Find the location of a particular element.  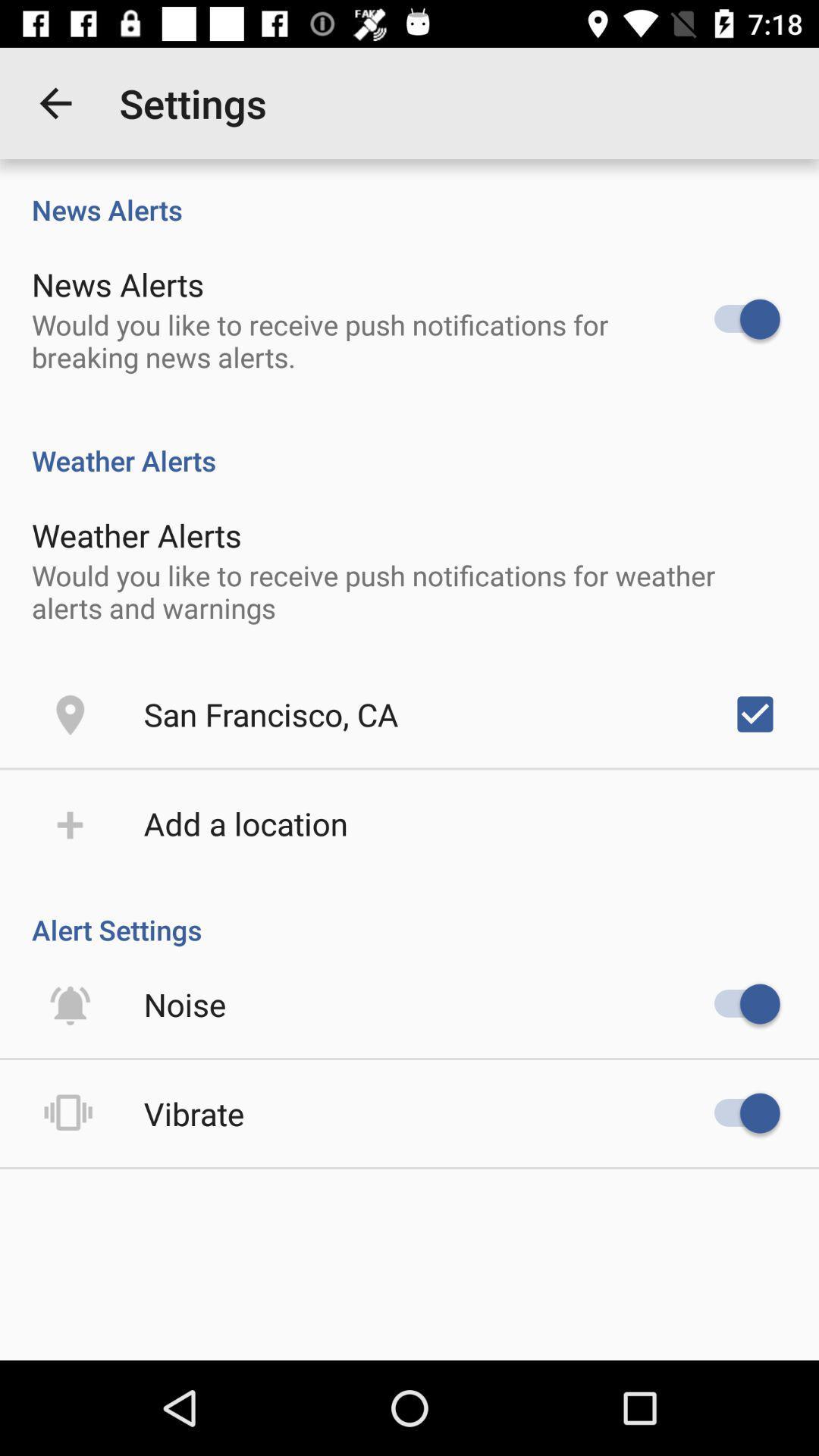

the item below the noise item is located at coordinates (193, 1113).